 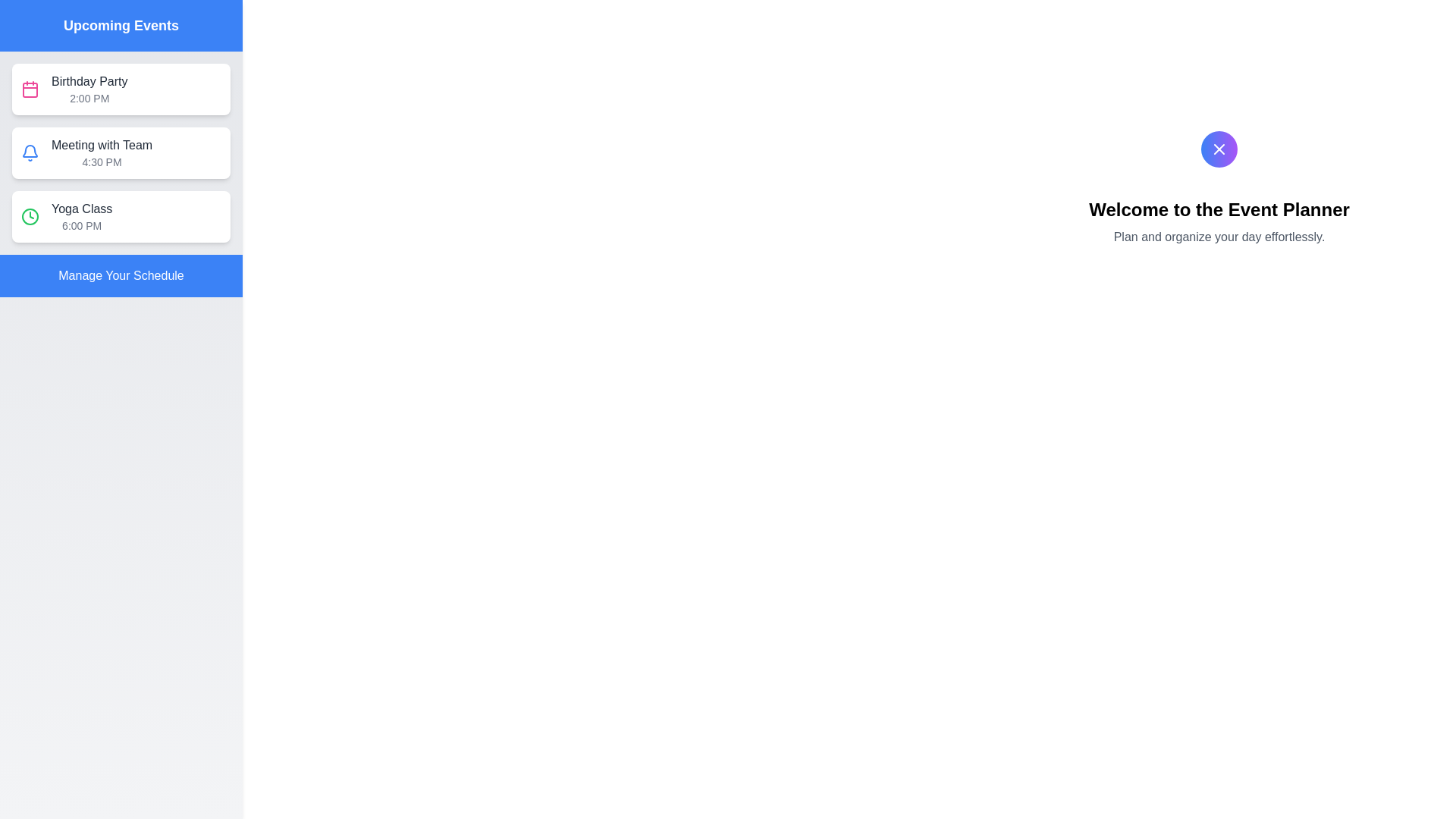 What do you see at coordinates (120, 152) in the screenshot?
I see `information displayed on the card that contains a blue bell icon and text saying 'Meeting with Team' and '4:30 PM', which is the second card in the sidebar` at bounding box center [120, 152].